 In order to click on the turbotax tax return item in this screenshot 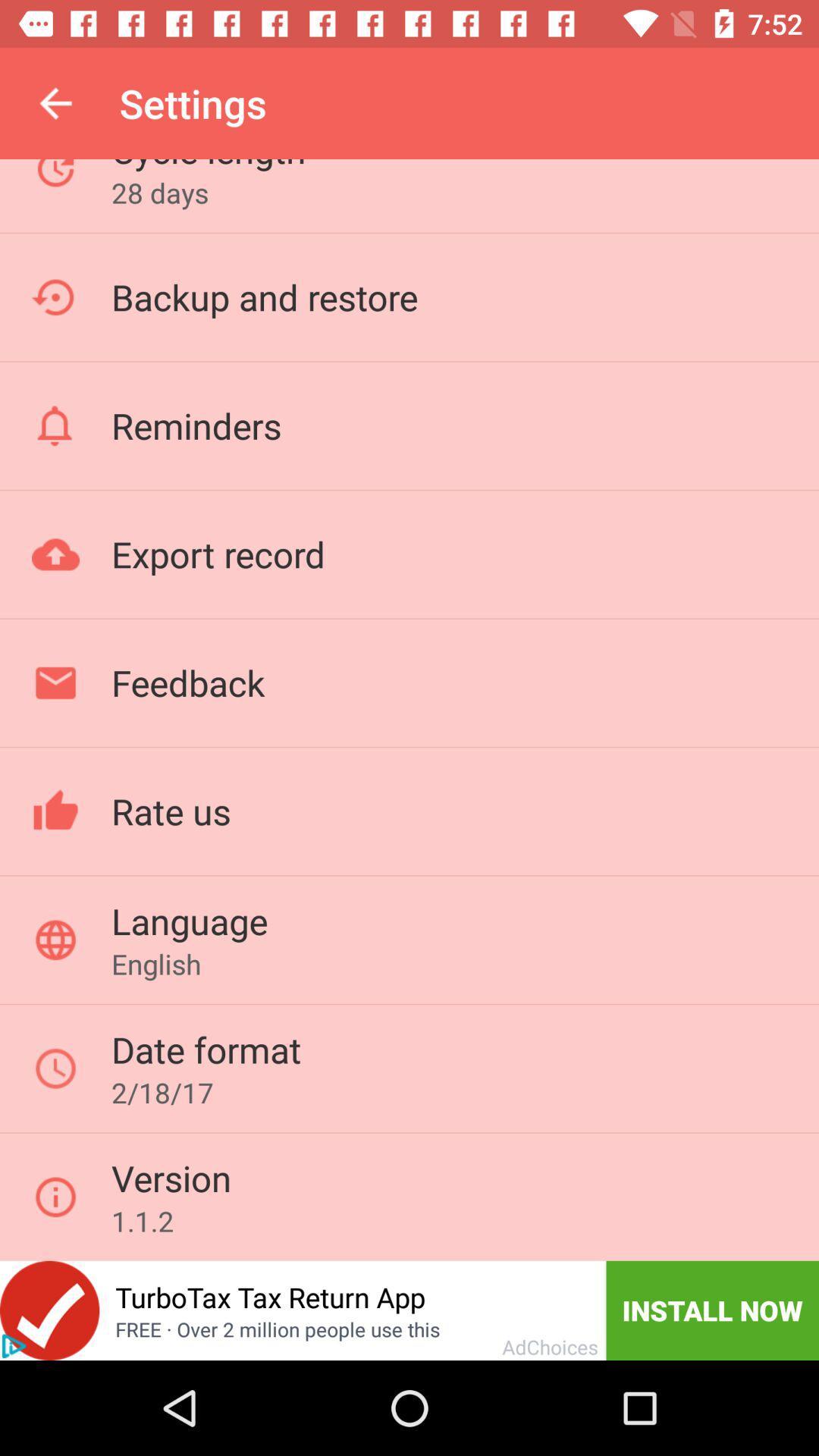, I will do `click(269, 1296)`.